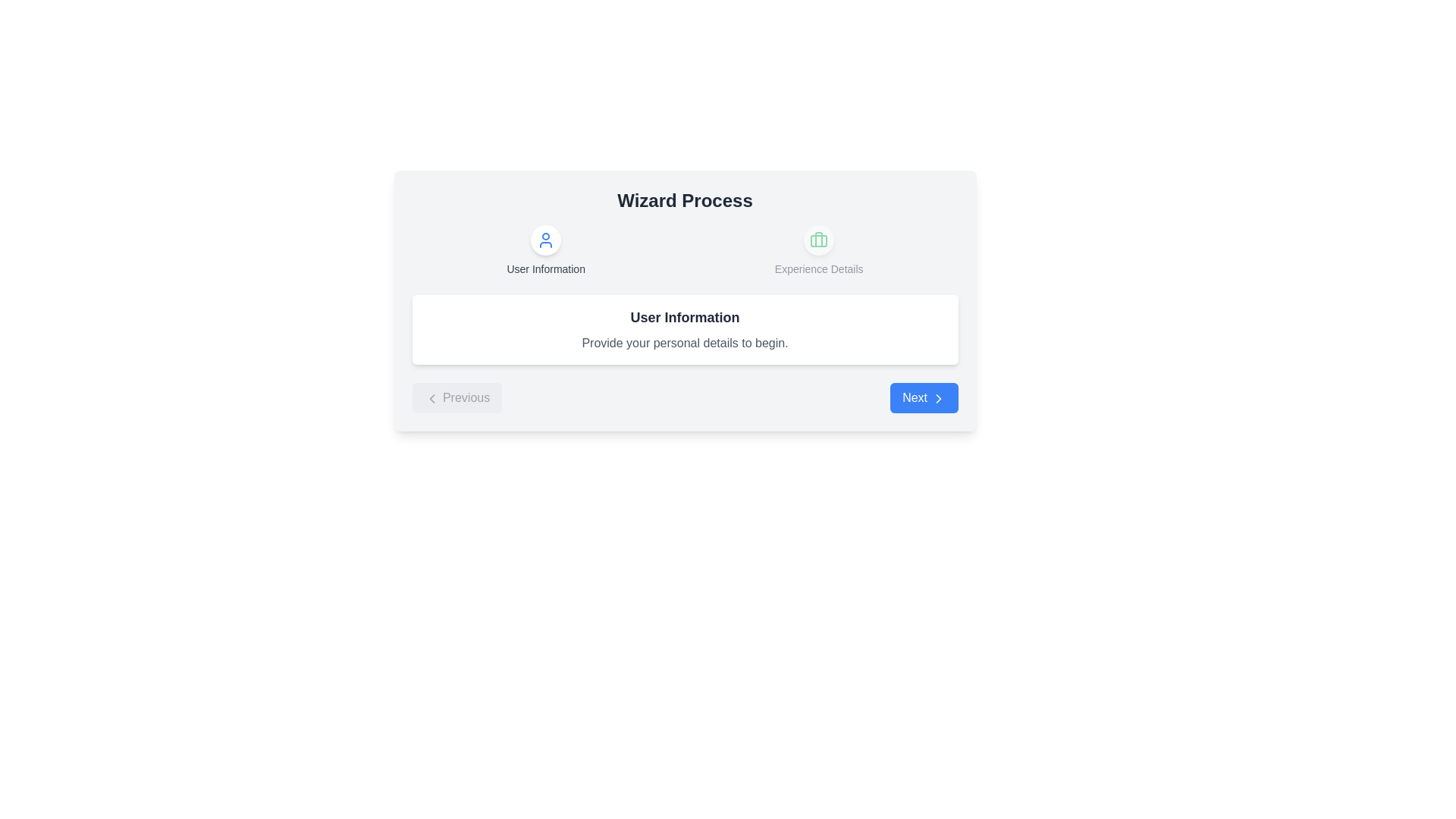  I want to click on the text label that displays 'User Information' in gray color, located at the top center of the interface, so click(546, 268).